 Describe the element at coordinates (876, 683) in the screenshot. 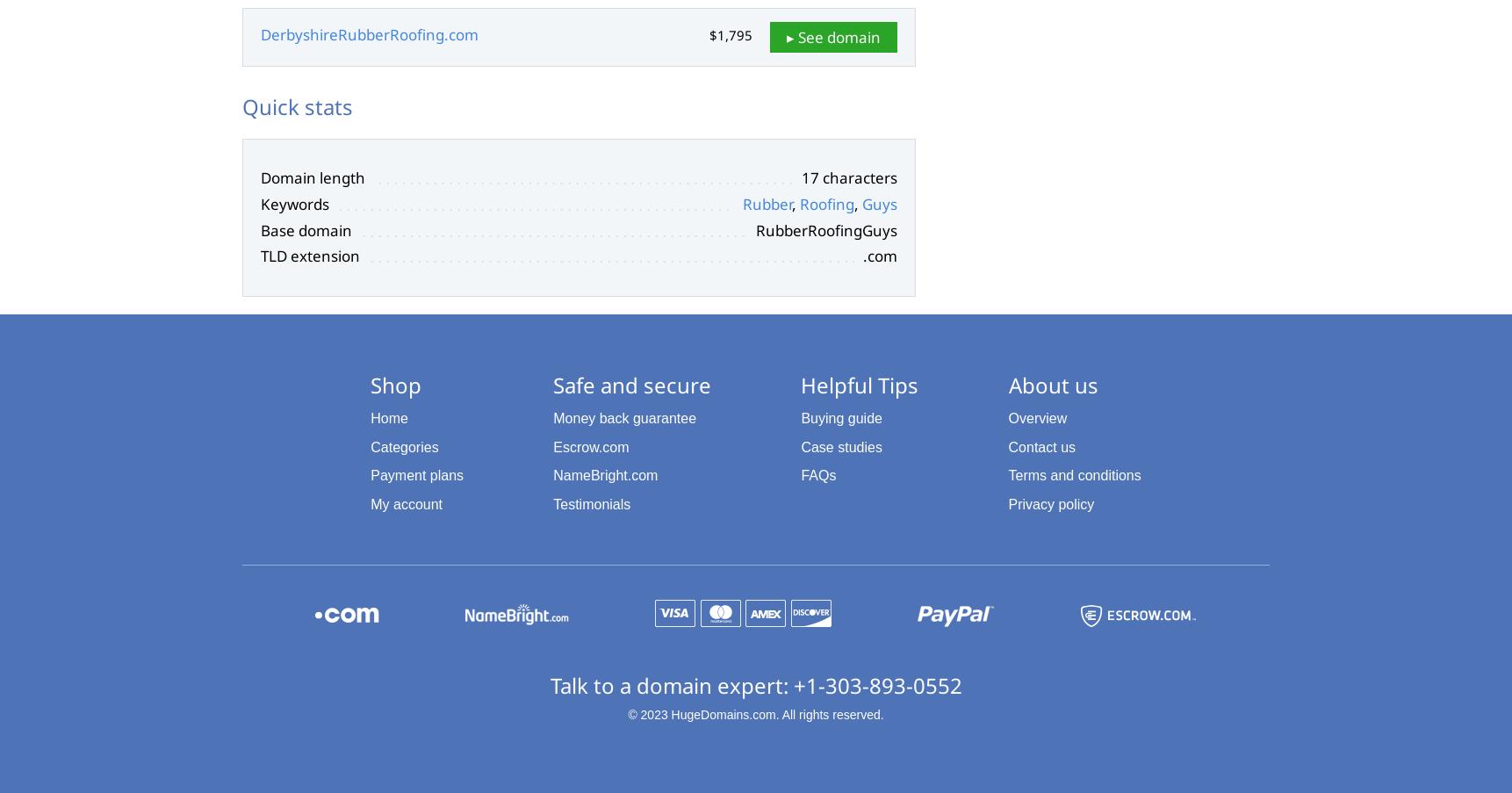

I see `'+1-303-893-0552'` at that location.